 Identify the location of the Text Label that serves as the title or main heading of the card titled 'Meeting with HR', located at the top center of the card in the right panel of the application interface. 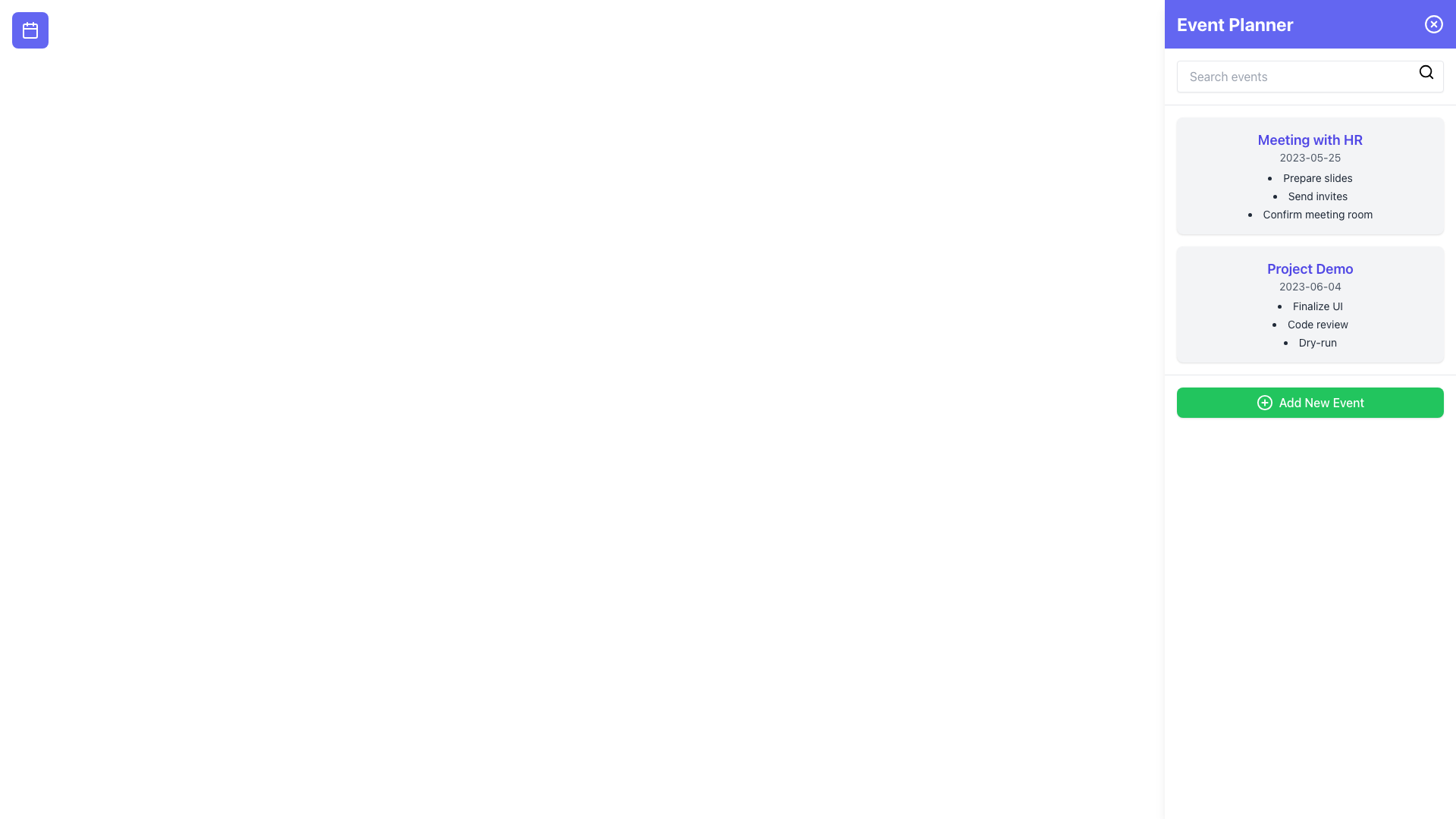
(1310, 140).